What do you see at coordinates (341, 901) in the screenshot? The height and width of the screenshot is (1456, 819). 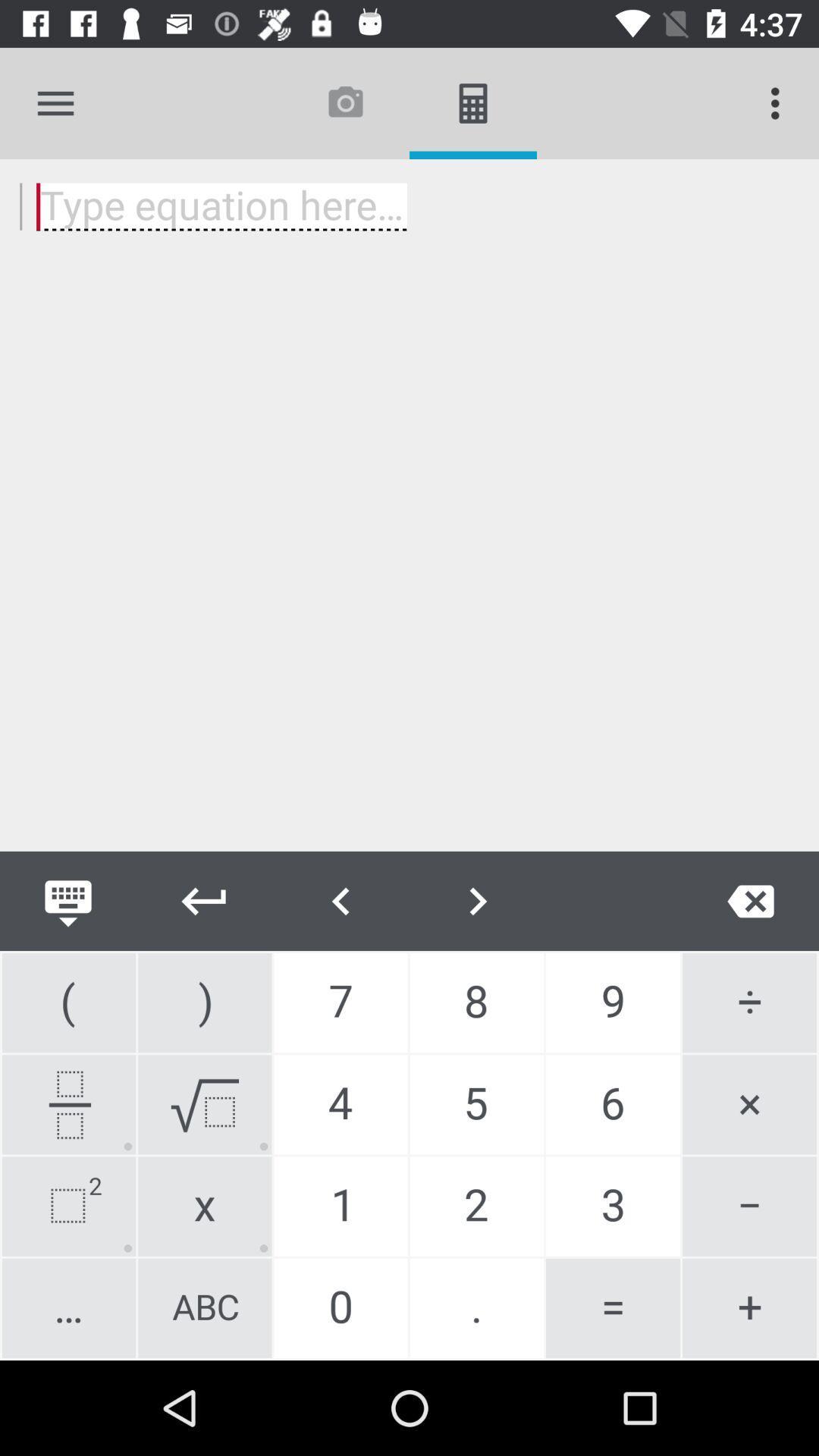 I see `the arrow_backward icon` at bounding box center [341, 901].